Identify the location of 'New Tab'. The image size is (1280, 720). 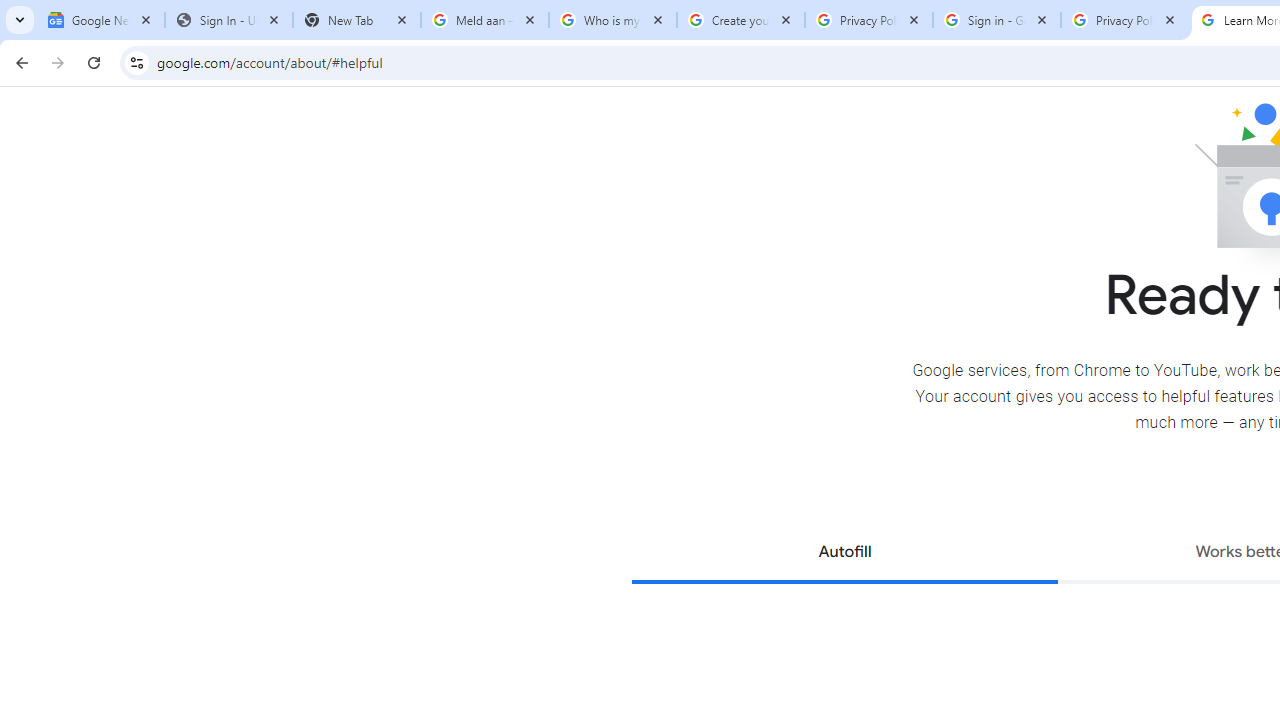
(357, 20).